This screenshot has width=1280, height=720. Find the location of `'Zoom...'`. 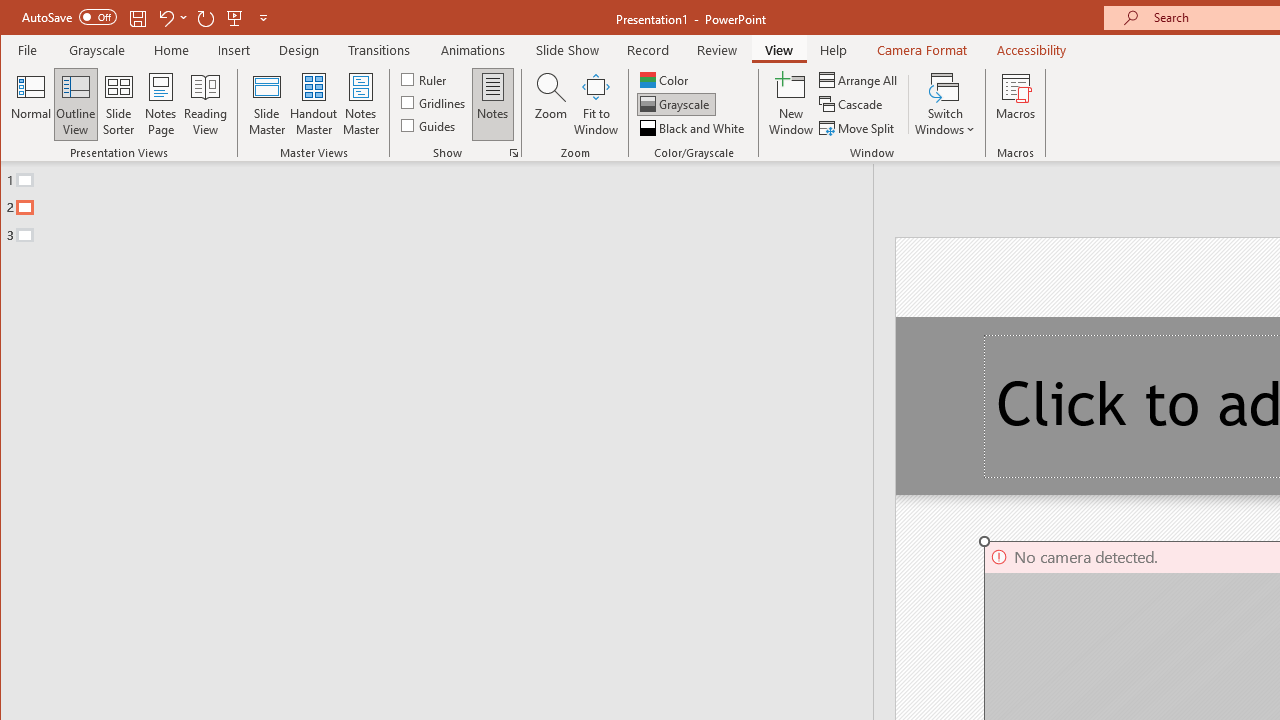

'Zoom...' is located at coordinates (551, 104).